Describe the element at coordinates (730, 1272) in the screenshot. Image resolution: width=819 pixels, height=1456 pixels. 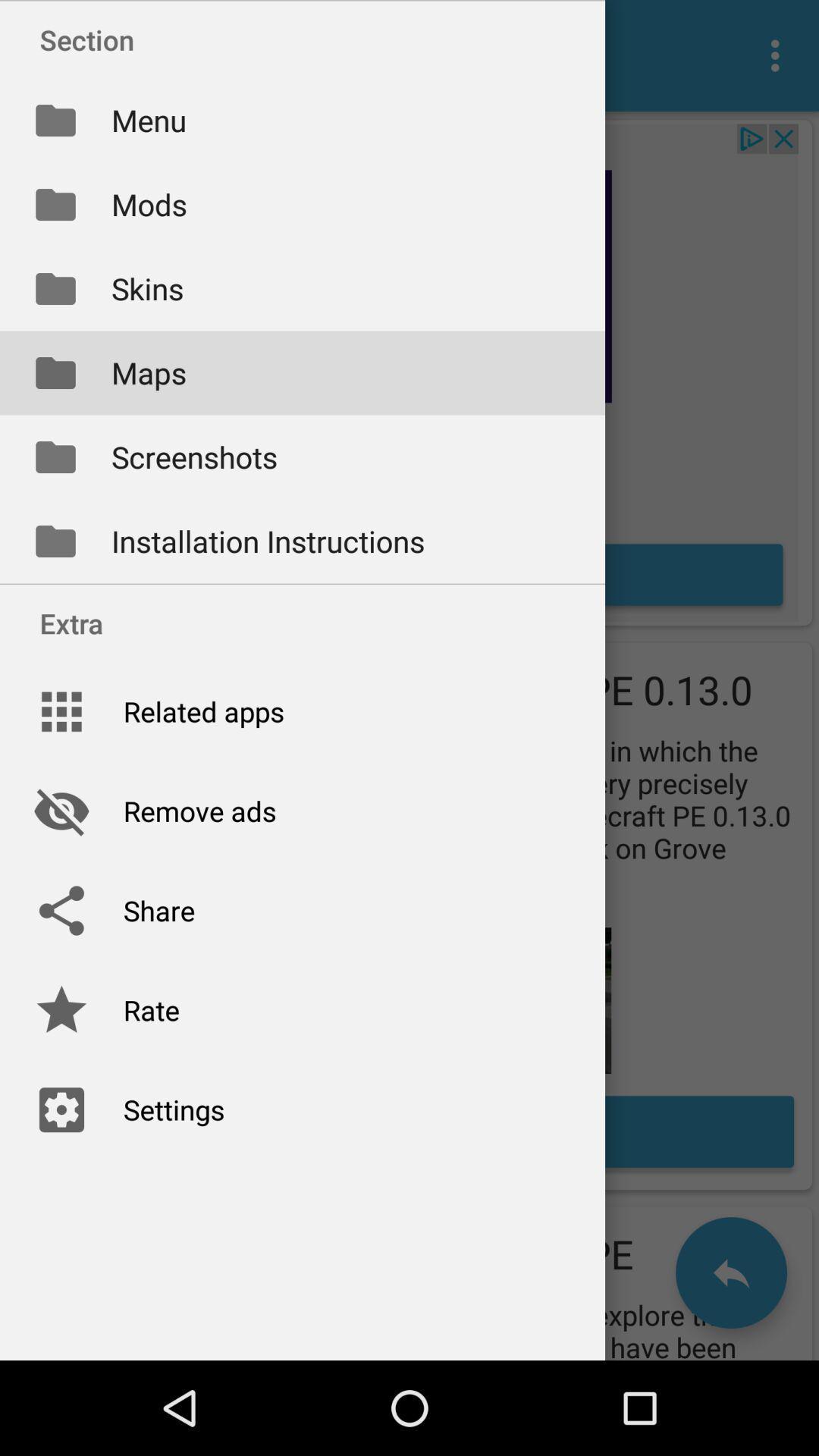
I see `the reply icon` at that location.